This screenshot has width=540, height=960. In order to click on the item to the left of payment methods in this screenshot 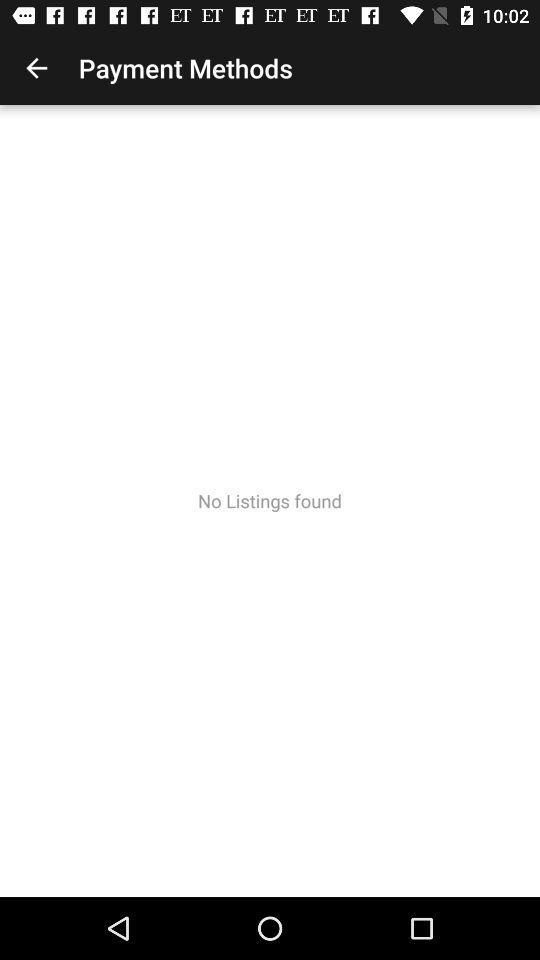, I will do `click(36, 68)`.